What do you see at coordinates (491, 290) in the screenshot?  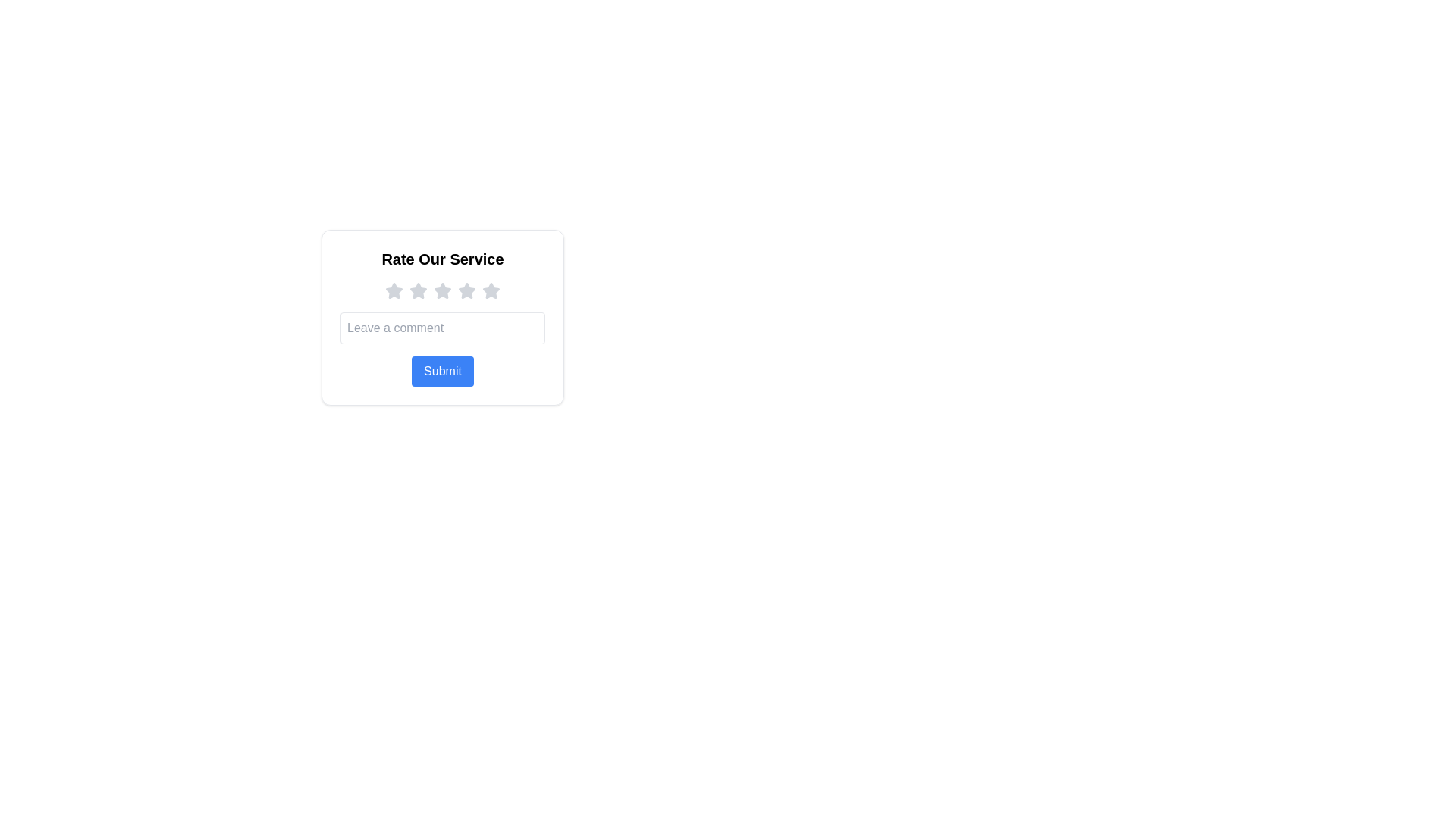 I see `the fifth star icon with a hollow center and light gray fill color` at bounding box center [491, 290].